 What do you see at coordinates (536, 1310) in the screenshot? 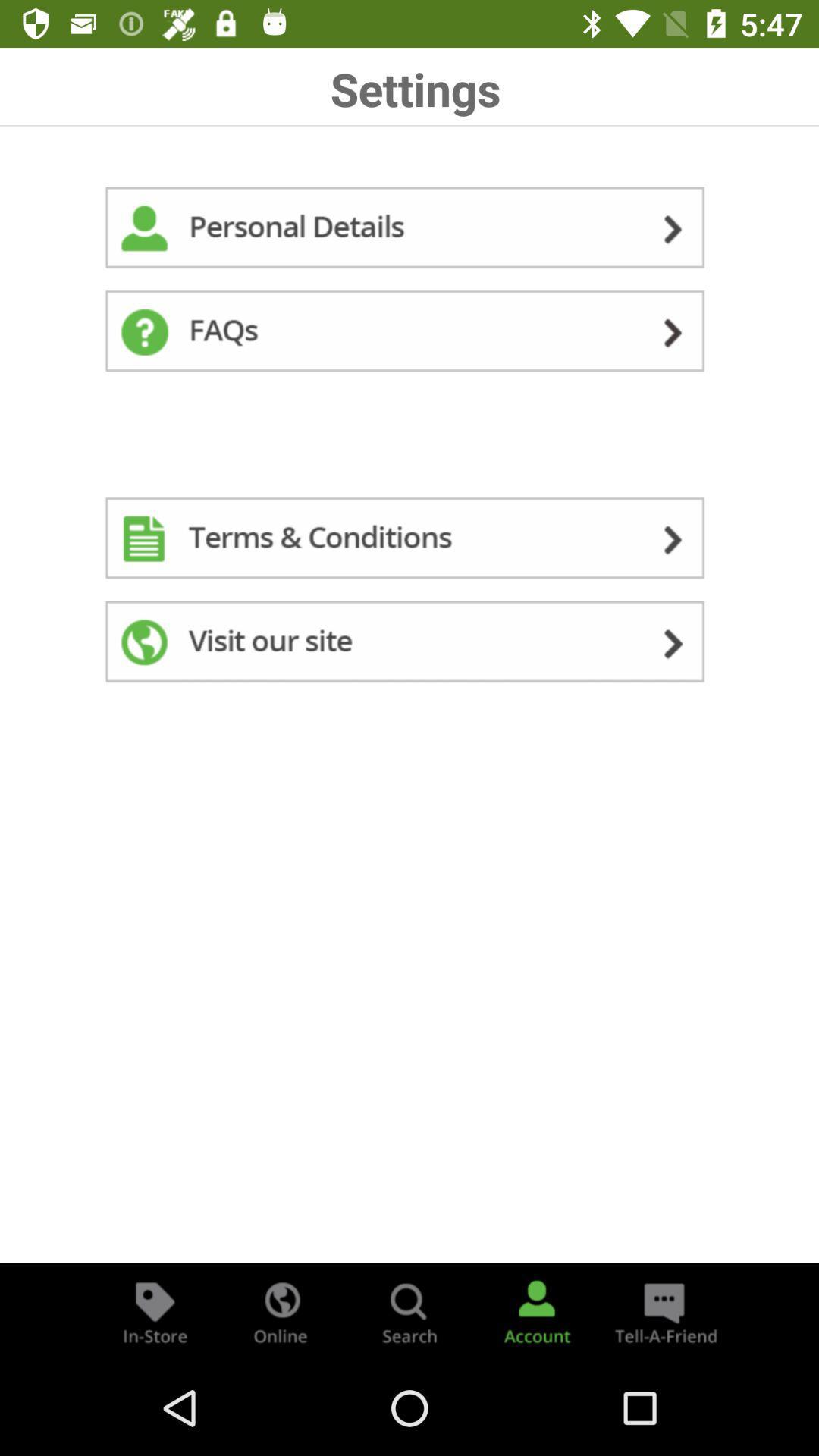
I see `the avatar icon` at bounding box center [536, 1310].